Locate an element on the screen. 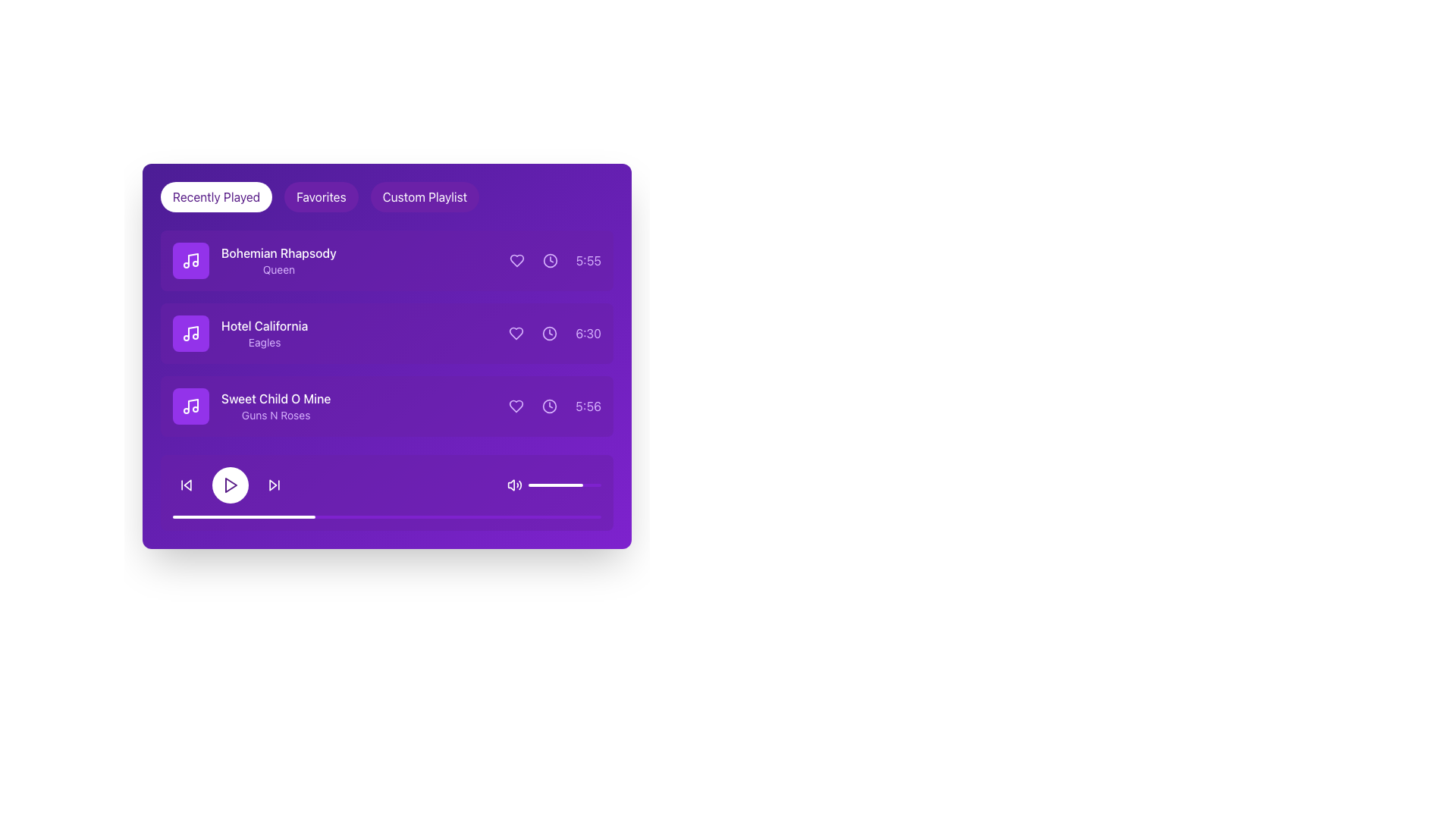 The width and height of the screenshot is (1456, 819). the music track button representing 'Bohemian Rhapsody - Queen' is located at coordinates (190, 259).